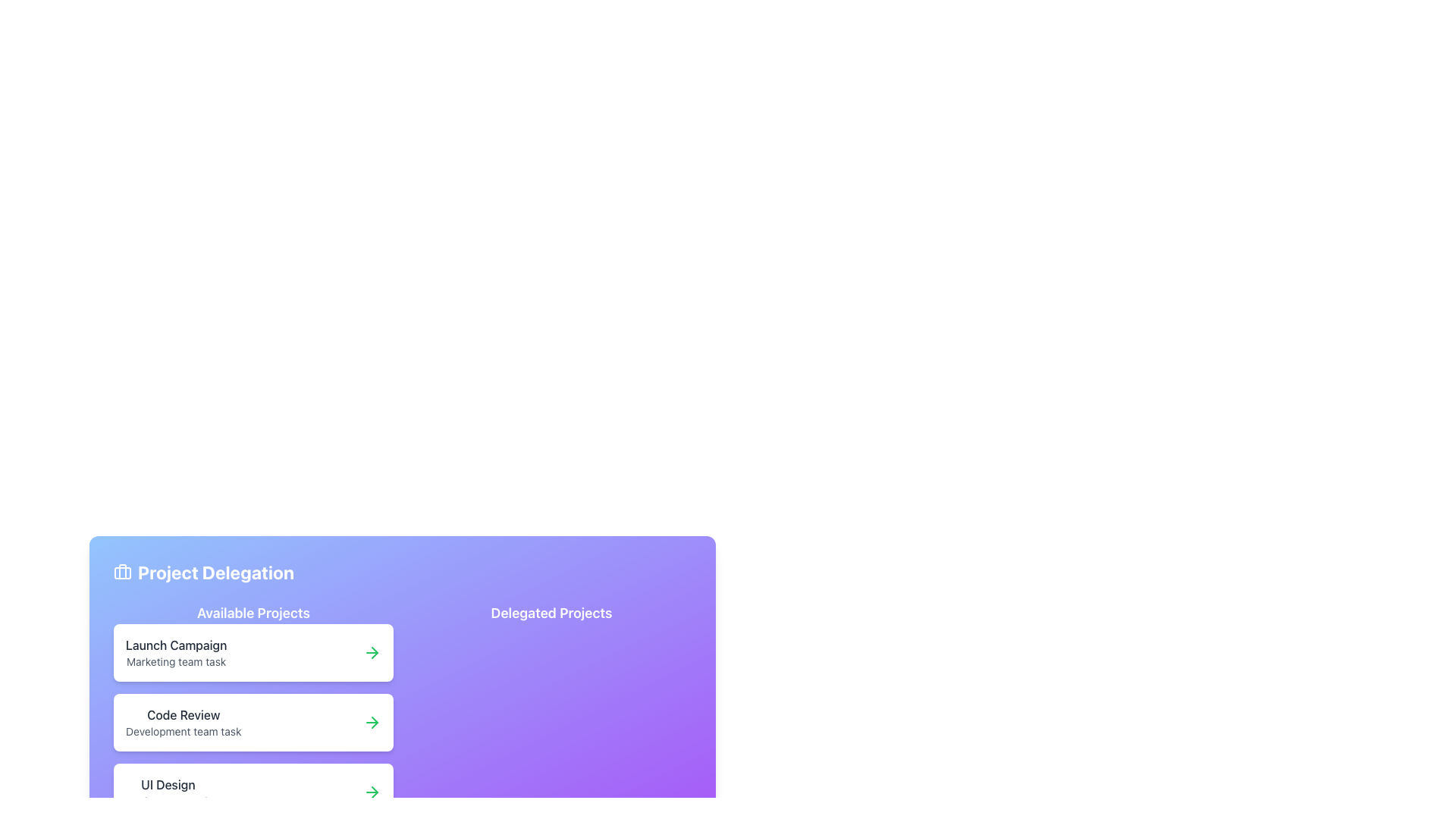 The height and width of the screenshot is (819, 1456). What do you see at coordinates (123, 571) in the screenshot?
I see `the vertical bar located within the central area of the briefcase-shaped icon, which is positioned to the left of the text 'Project Delegation'` at bounding box center [123, 571].